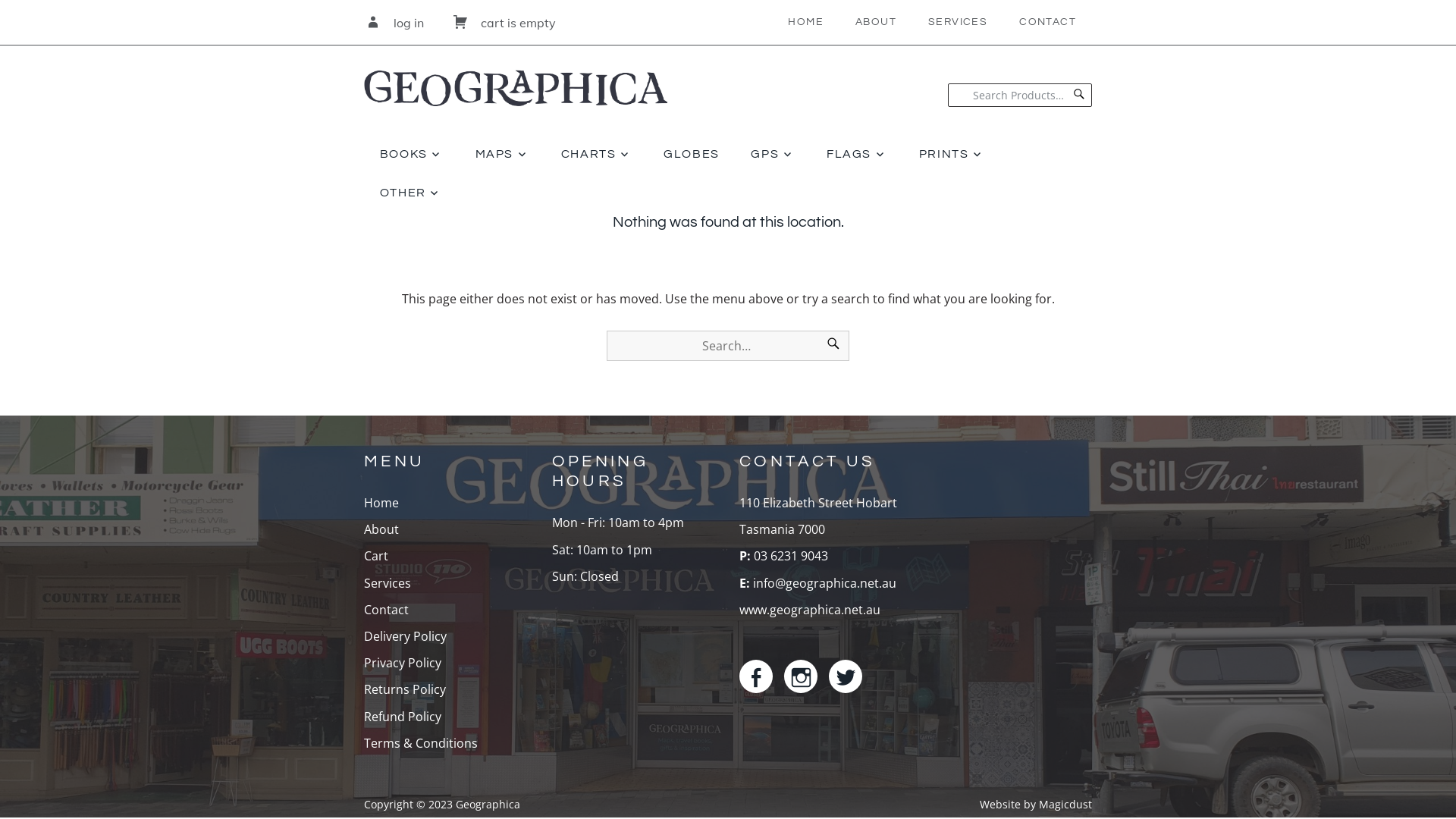 The height and width of the screenshot is (819, 1456). Describe the element at coordinates (387, 582) in the screenshot. I see `'Services'` at that location.